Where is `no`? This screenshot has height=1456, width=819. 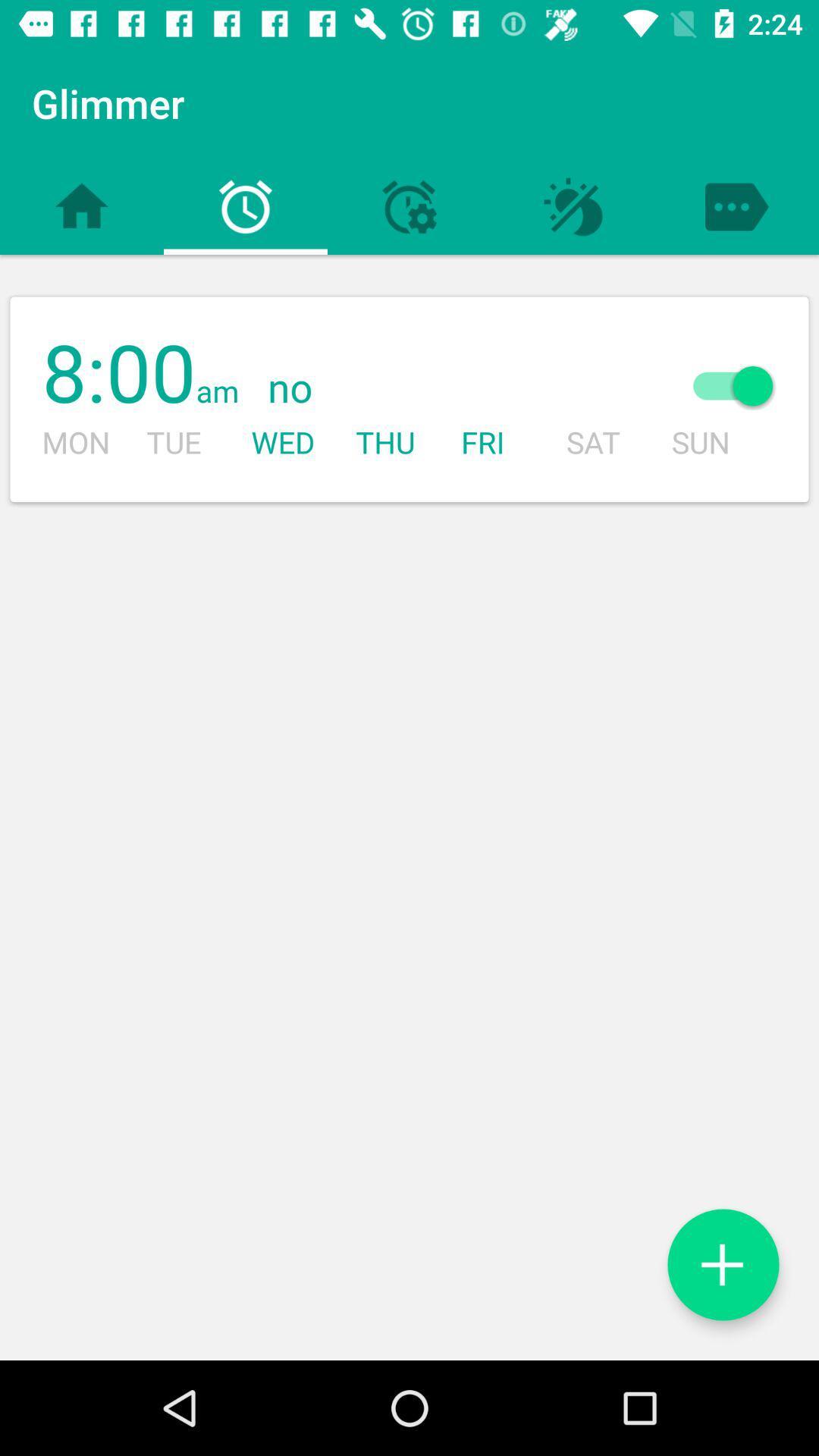 no is located at coordinates (444, 389).